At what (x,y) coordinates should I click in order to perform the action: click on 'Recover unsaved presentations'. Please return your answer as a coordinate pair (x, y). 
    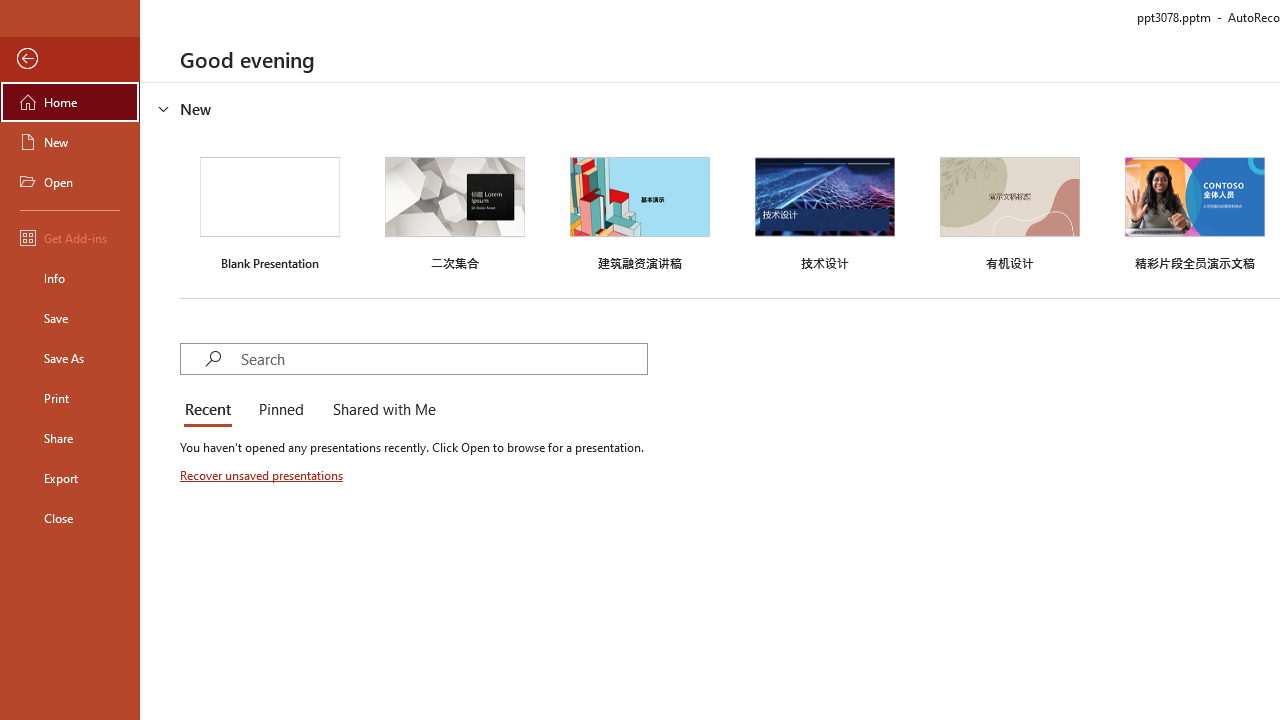
    Looking at the image, I should click on (262, 475).